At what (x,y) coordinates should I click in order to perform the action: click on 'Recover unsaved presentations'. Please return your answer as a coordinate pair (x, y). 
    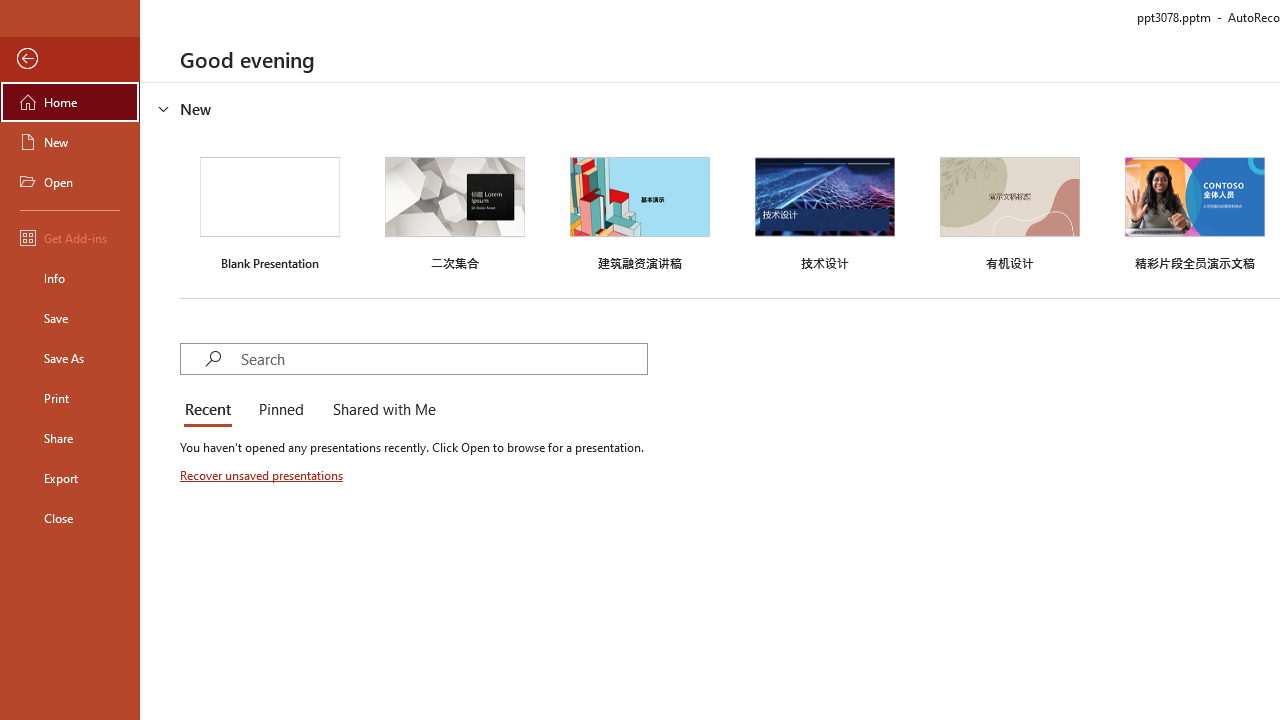
    Looking at the image, I should click on (262, 475).